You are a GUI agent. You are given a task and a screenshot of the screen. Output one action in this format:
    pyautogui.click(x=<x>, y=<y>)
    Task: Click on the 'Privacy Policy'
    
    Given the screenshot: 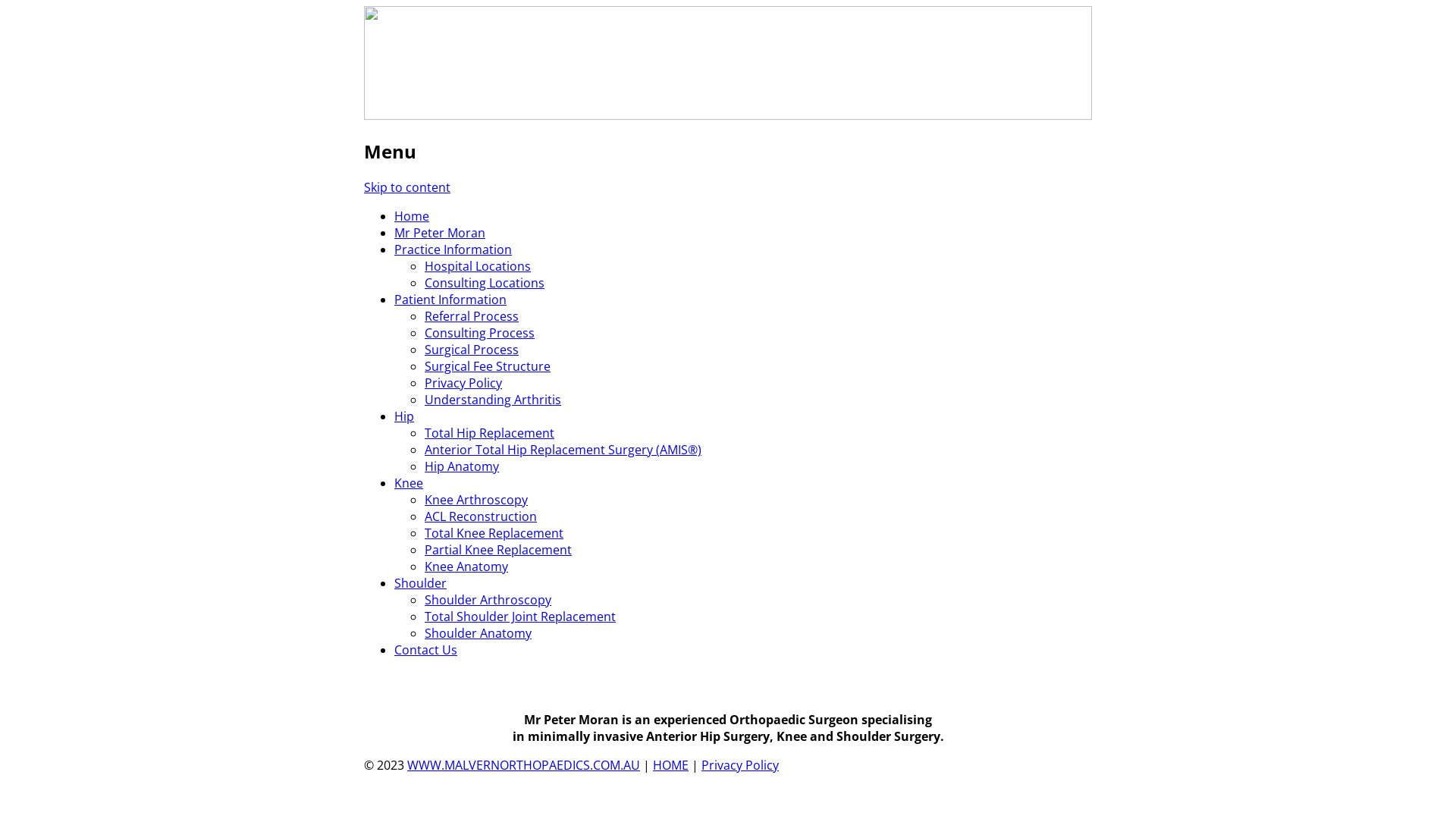 What is the action you would take?
    pyautogui.click(x=701, y=765)
    